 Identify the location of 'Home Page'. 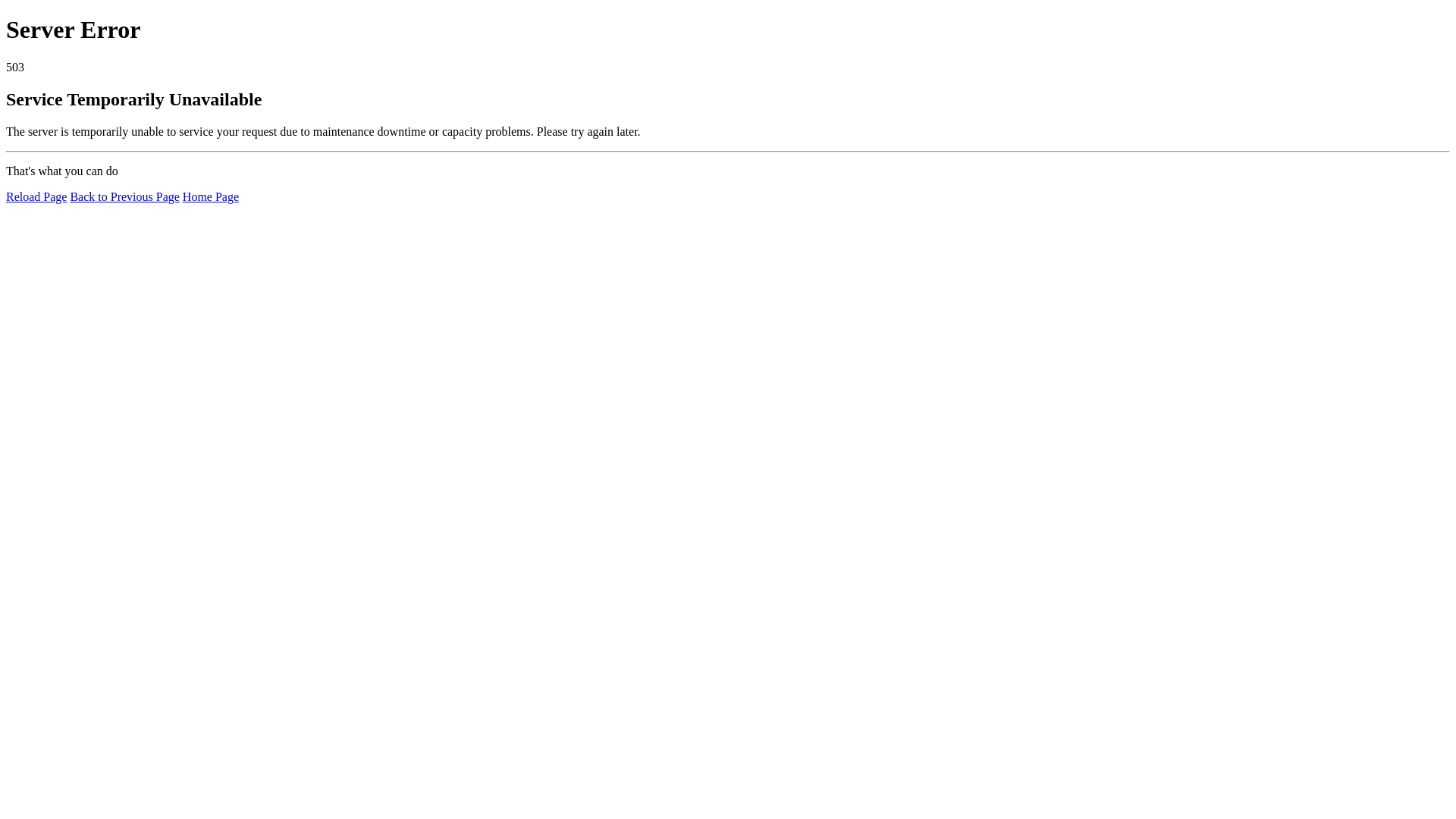
(182, 196).